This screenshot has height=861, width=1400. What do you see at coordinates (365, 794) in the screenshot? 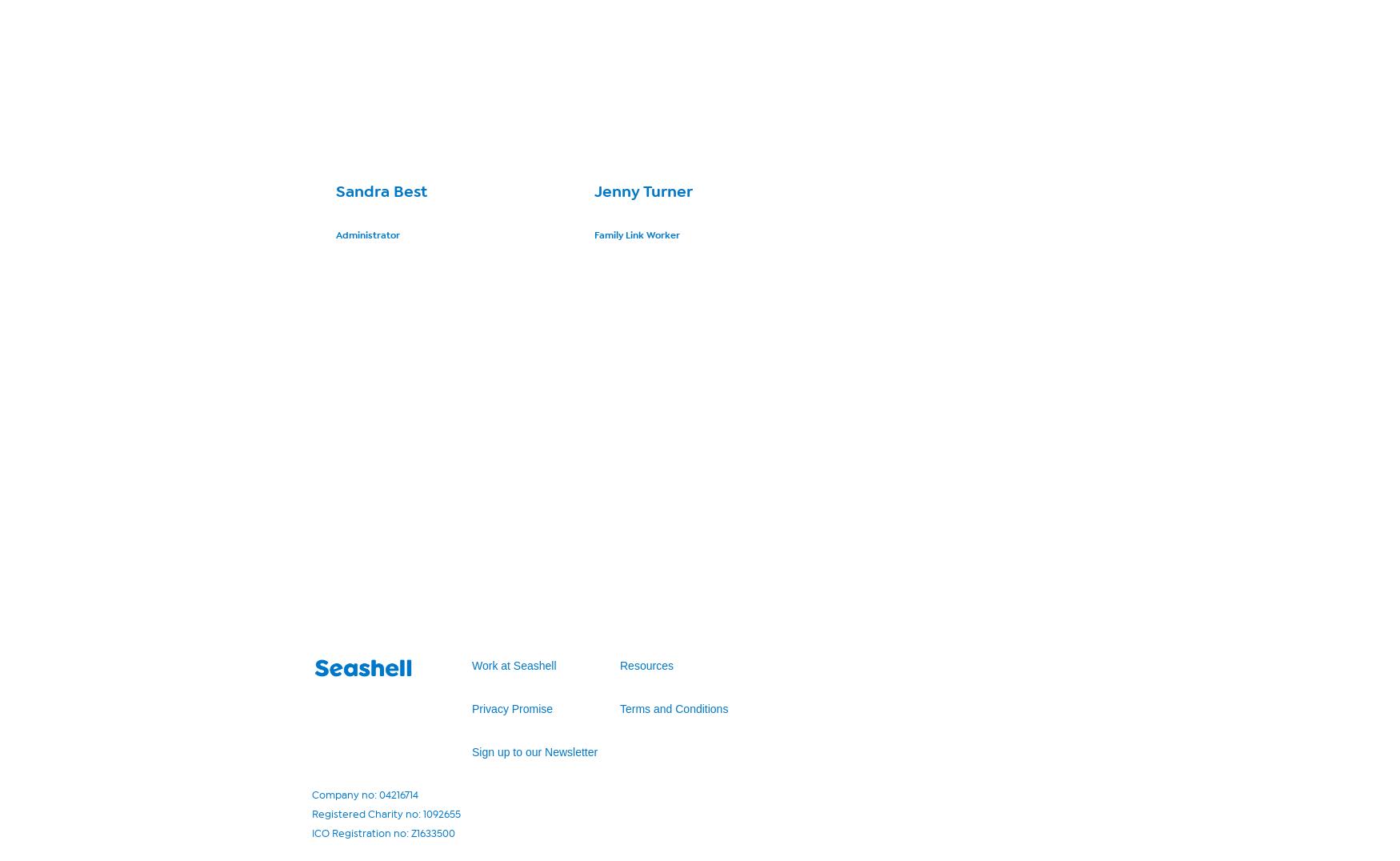
I see `'Company no: 04216714'` at bounding box center [365, 794].